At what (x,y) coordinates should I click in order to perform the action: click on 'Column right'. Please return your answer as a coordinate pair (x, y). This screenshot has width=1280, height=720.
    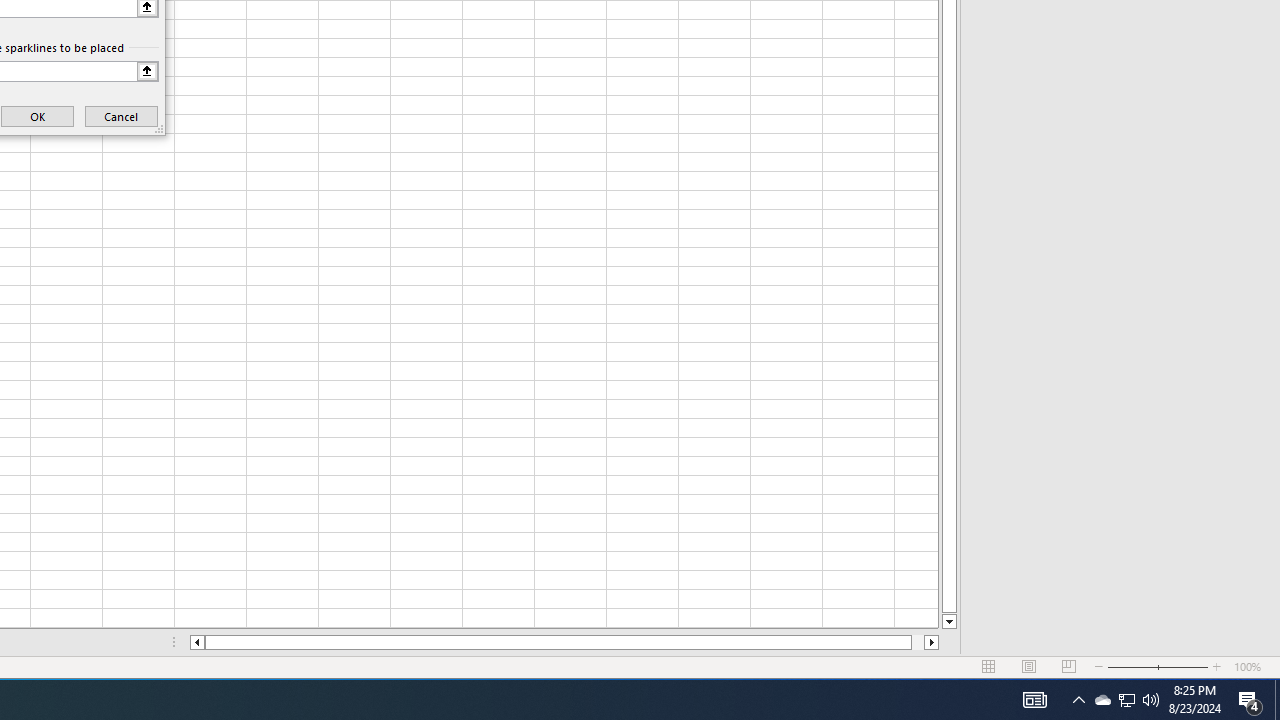
    Looking at the image, I should click on (931, 642).